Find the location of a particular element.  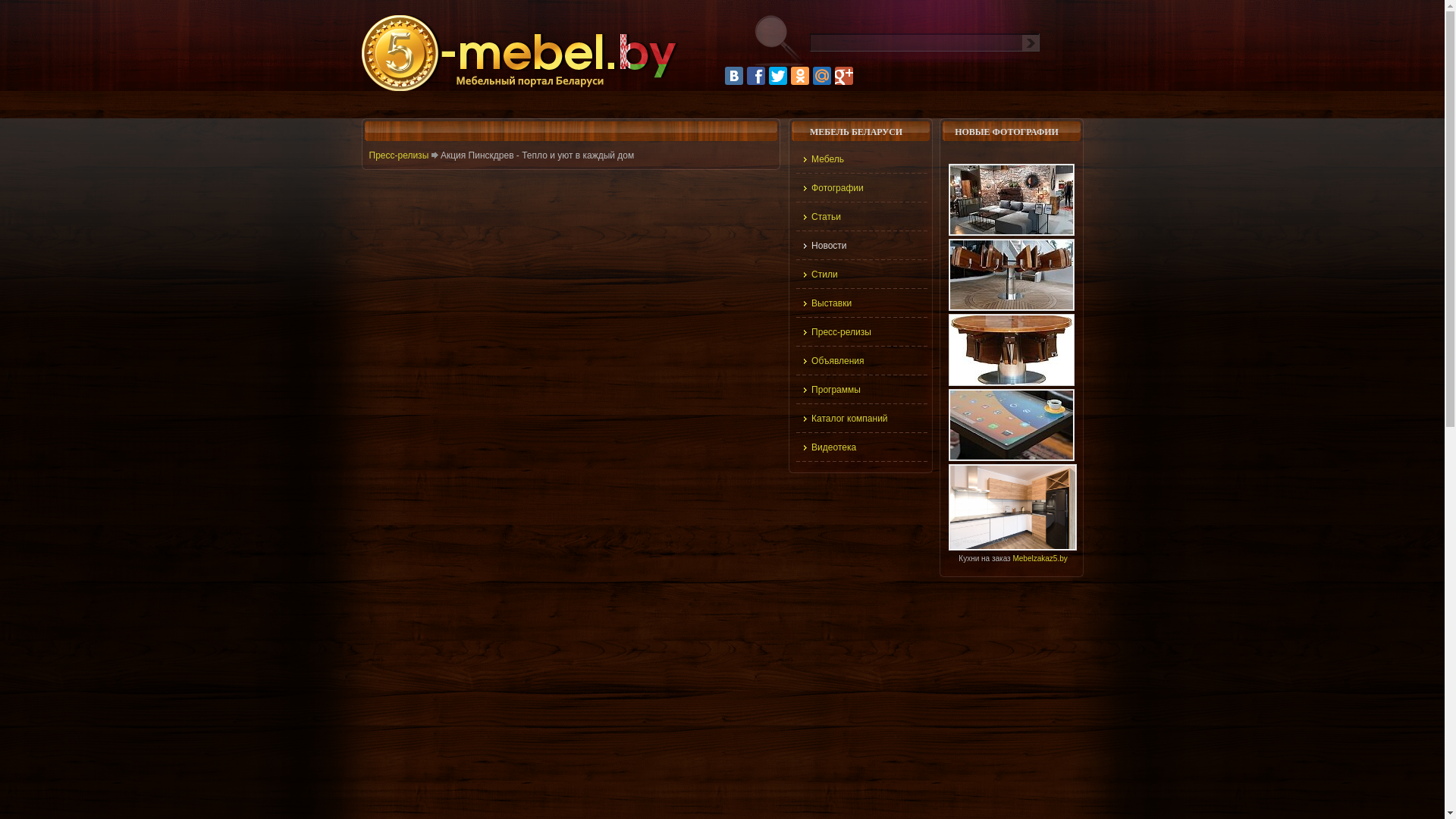

'Facebook' is located at coordinates (746, 76).